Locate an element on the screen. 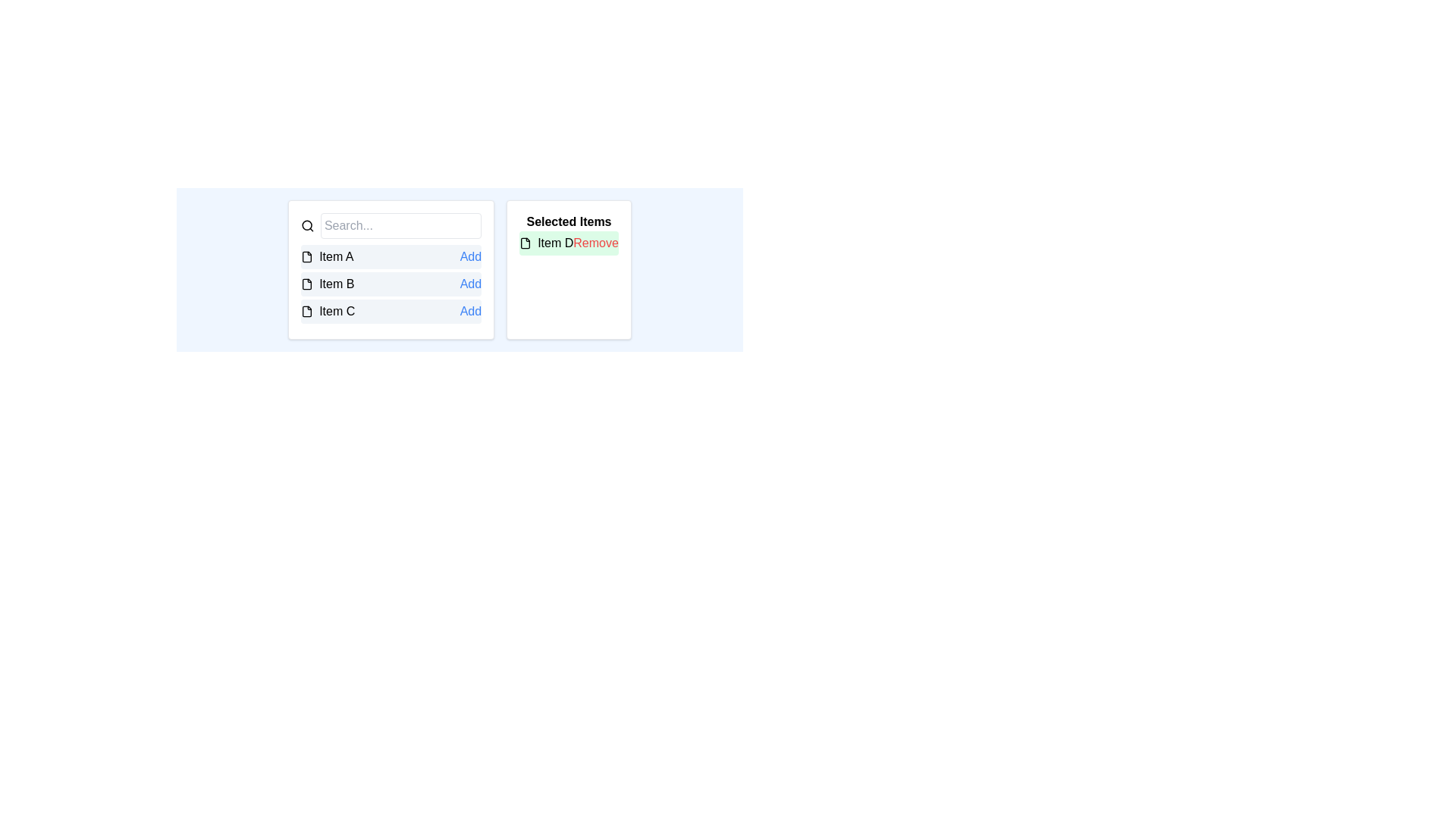 The image size is (1456, 819). the file icon located in the third item of the list, which corresponds to 'Item C', positioned to the left of the text label is located at coordinates (306, 311).